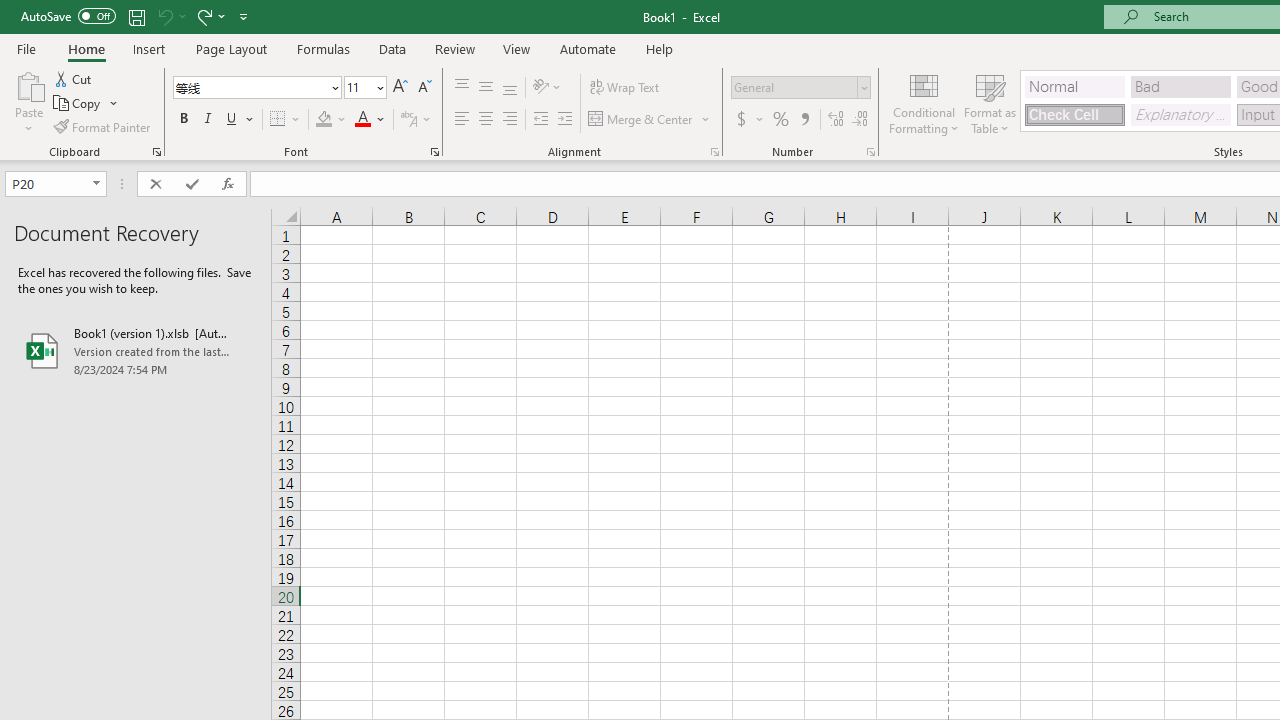  Describe the element at coordinates (135, 16) in the screenshot. I see `'Quick Access Toolbar'` at that location.